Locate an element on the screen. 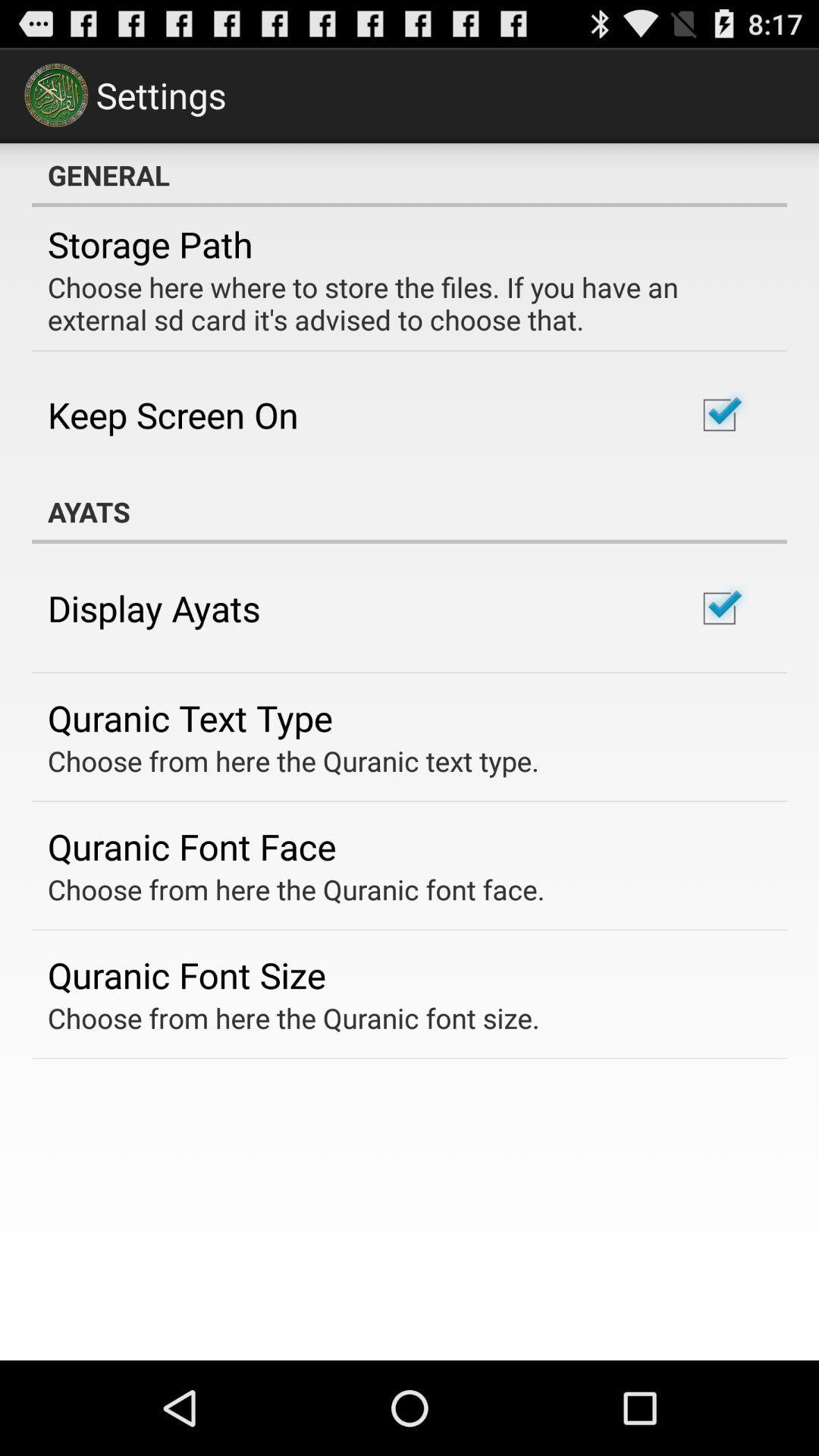 The width and height of the screenshot is (819, 1456). the keep screen on is located at coordinates (172, 415).